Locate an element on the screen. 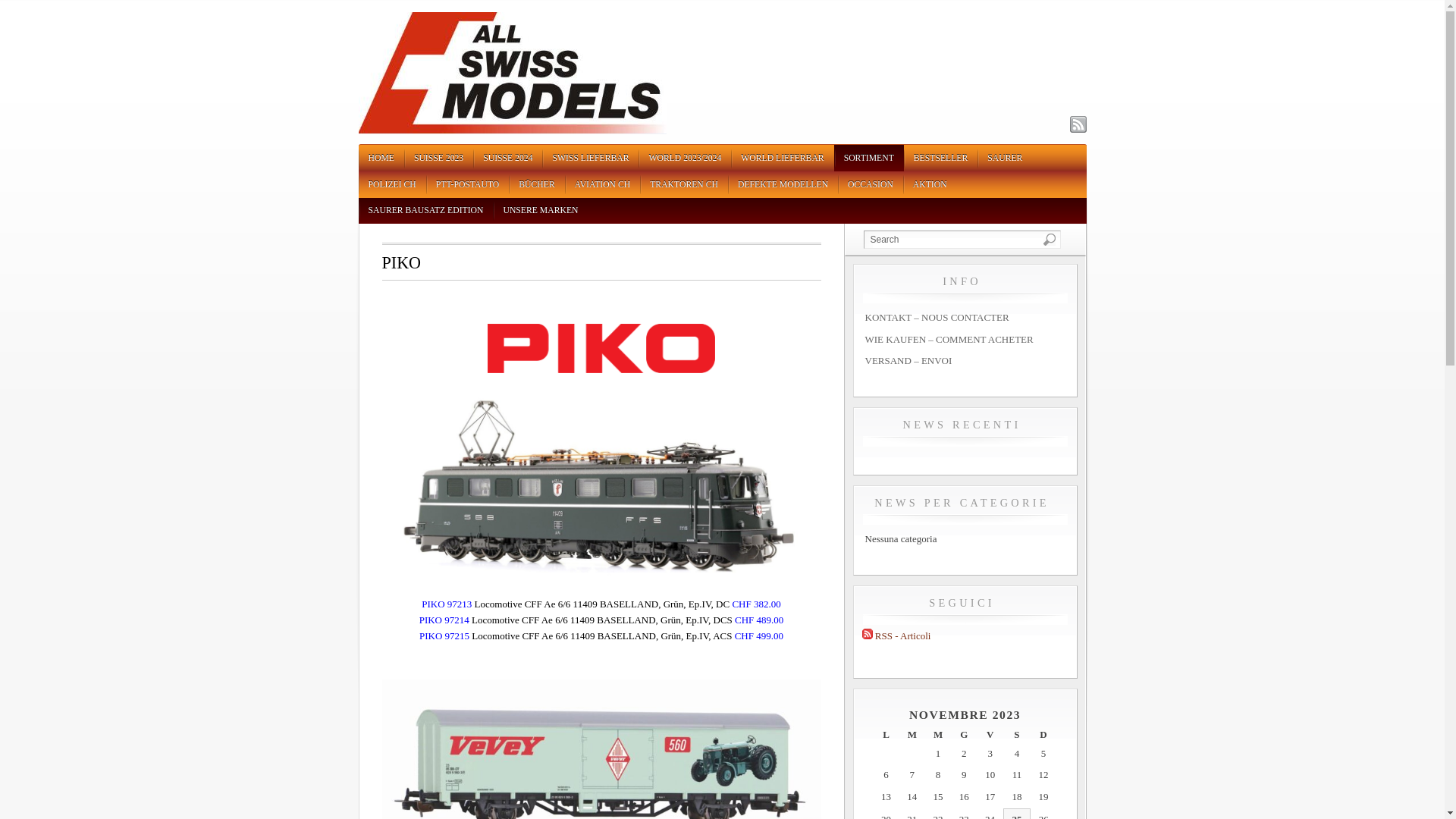 The height and width of the screenshot is (819, 1456). 'HOME' is located at coordinates (381, 158).